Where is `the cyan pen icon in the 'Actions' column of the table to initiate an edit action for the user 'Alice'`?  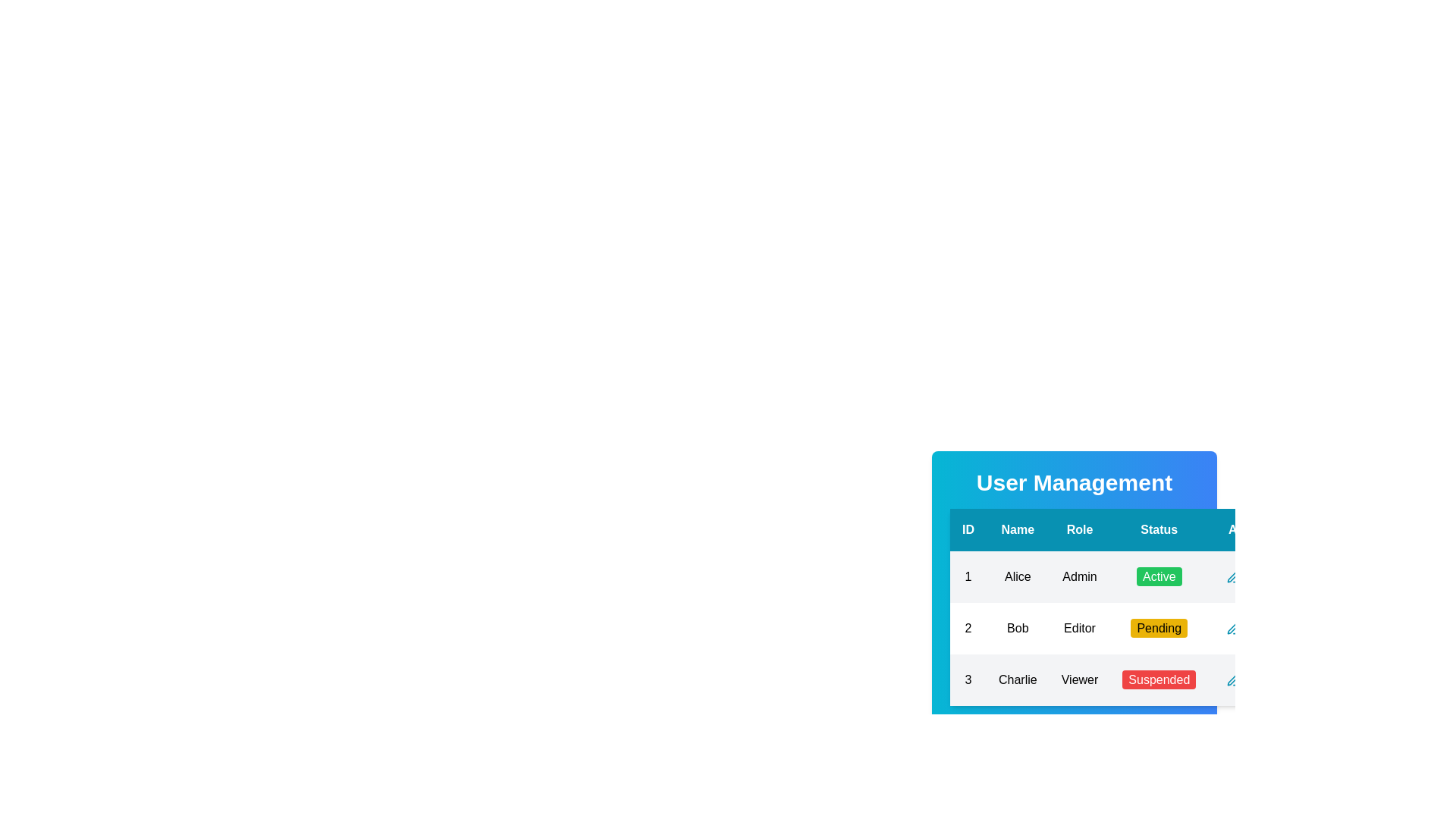 the cyan pen icon in the 'Actions' column of the table to initiate an edit action for the user 'Alice' is located at coordinates (1234, 576).